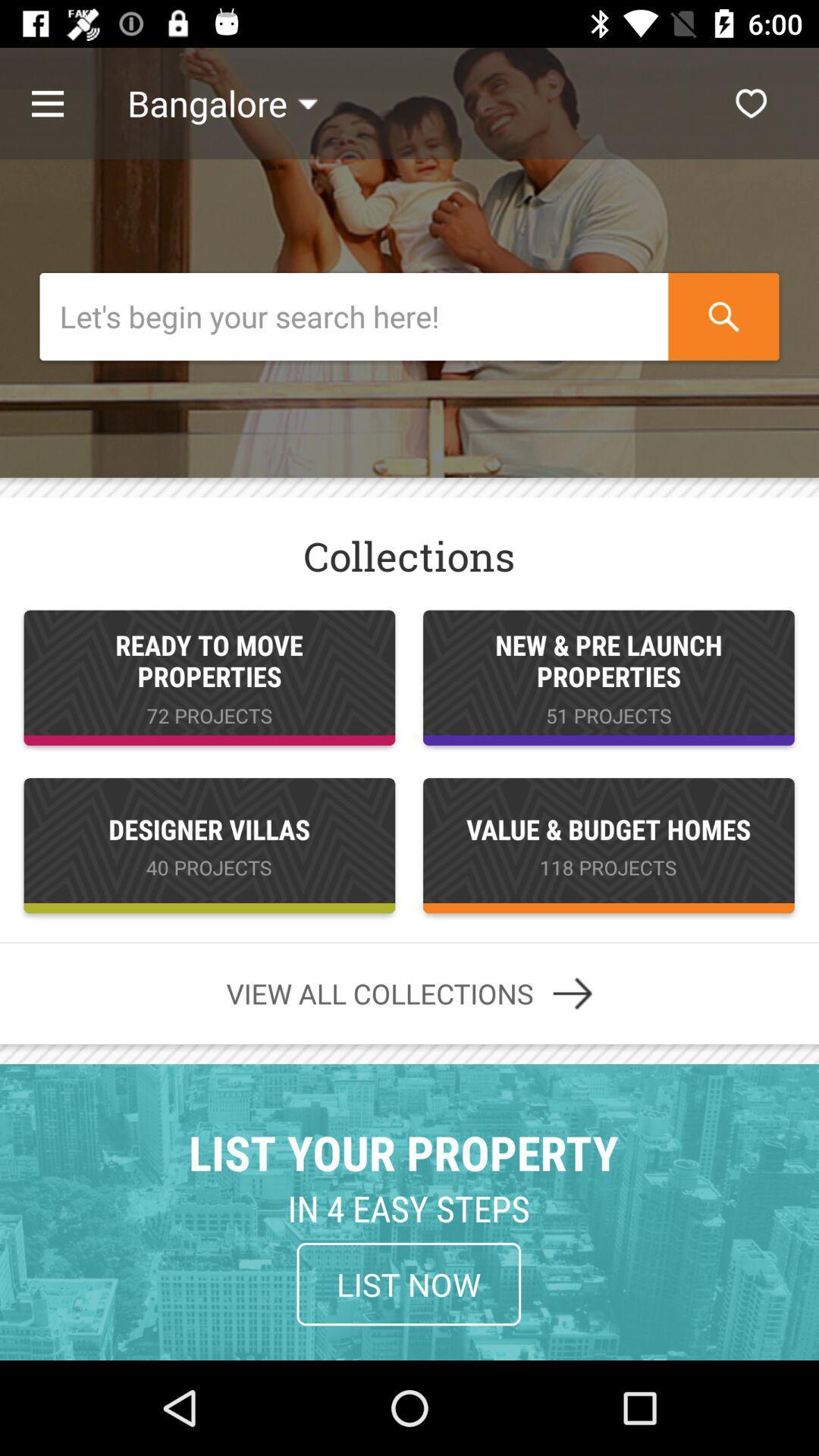 The height and width of the screenshot is (1456, 819). Describe the element at coordinates (751, 102) in the screenshot. I see `icon to the right of the bangalore` at that location.